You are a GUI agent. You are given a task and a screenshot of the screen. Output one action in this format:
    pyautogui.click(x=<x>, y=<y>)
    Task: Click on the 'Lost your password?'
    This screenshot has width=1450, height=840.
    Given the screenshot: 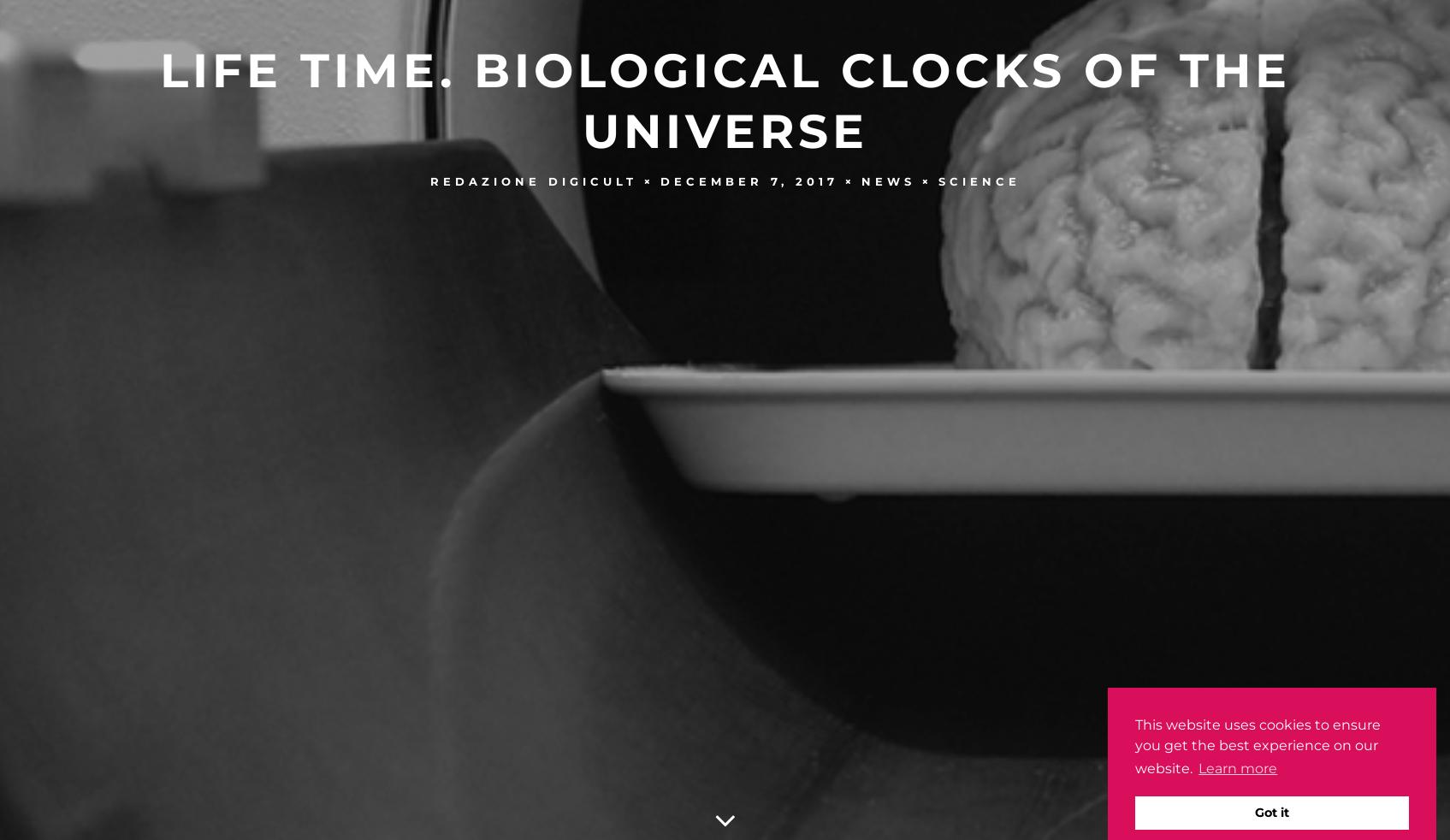 What is the action you would take?
    pyautogui.click(x=725, y=78)
    